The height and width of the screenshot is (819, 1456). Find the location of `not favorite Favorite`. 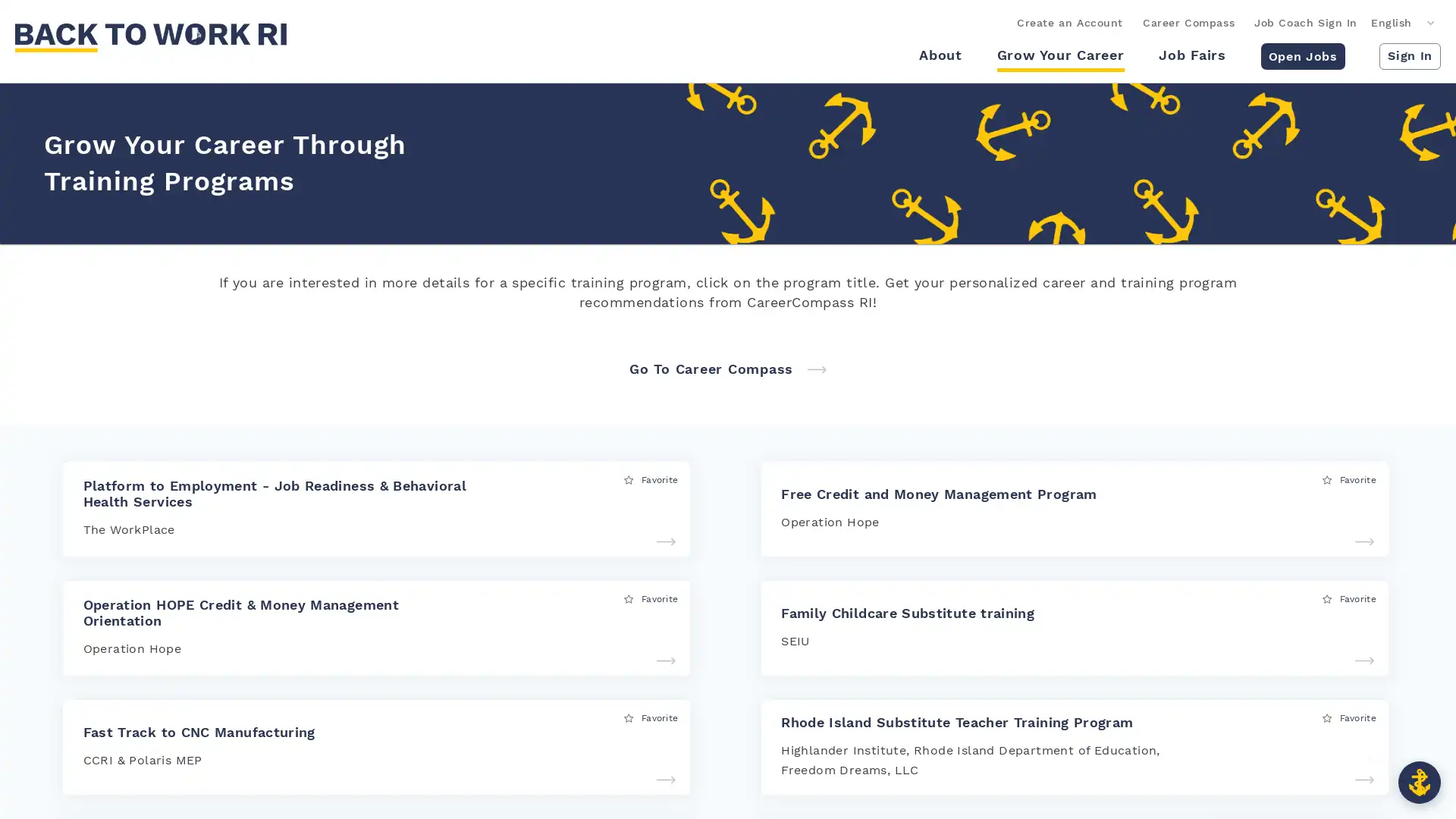

not favorite Favorite is located at coordinates (651, 717).